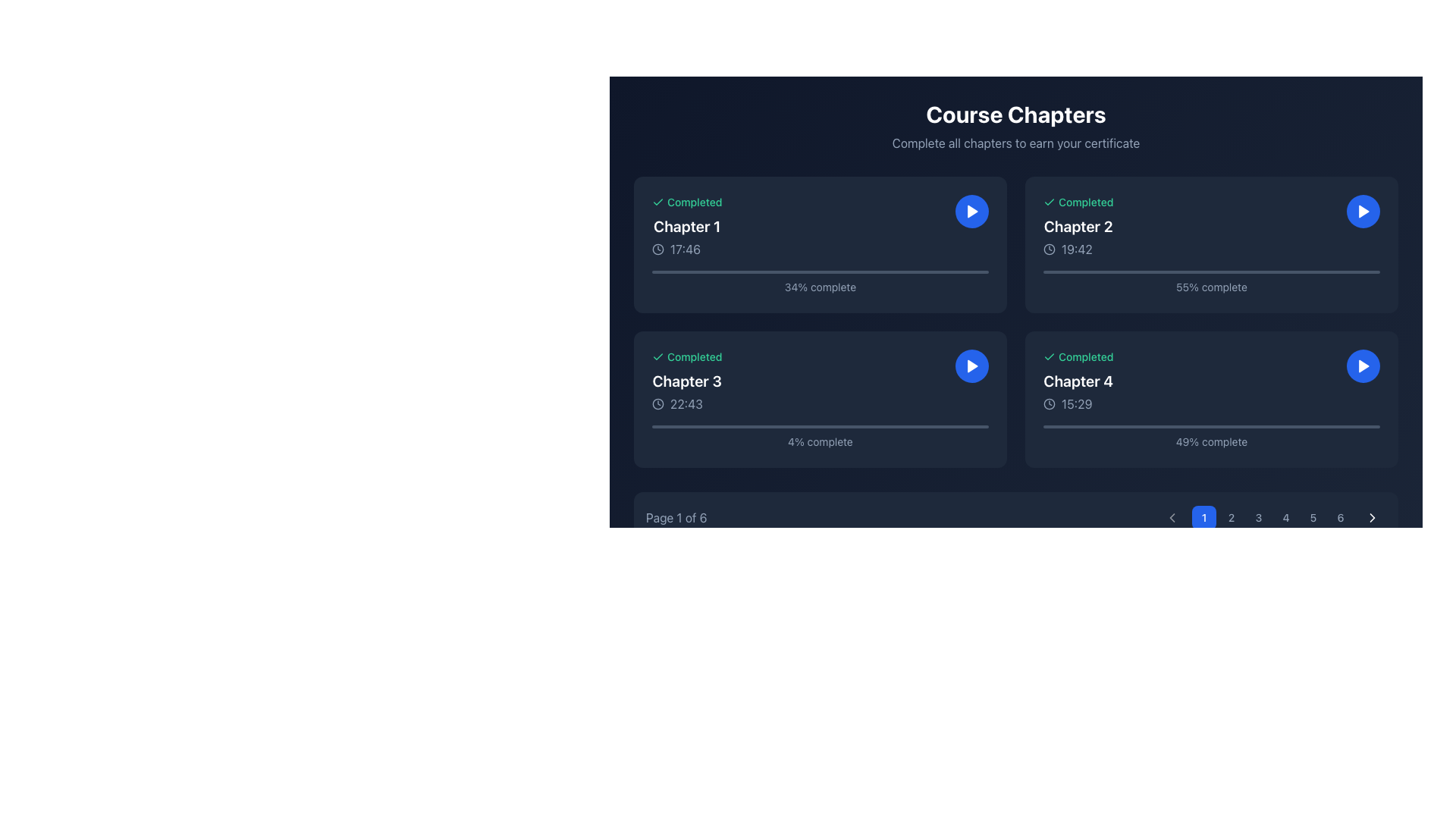 The height and width of the screenshot is (819, 1456). I want to click on the navigation icon located at the extreme lower-right of the interface, so click(1372, 516).